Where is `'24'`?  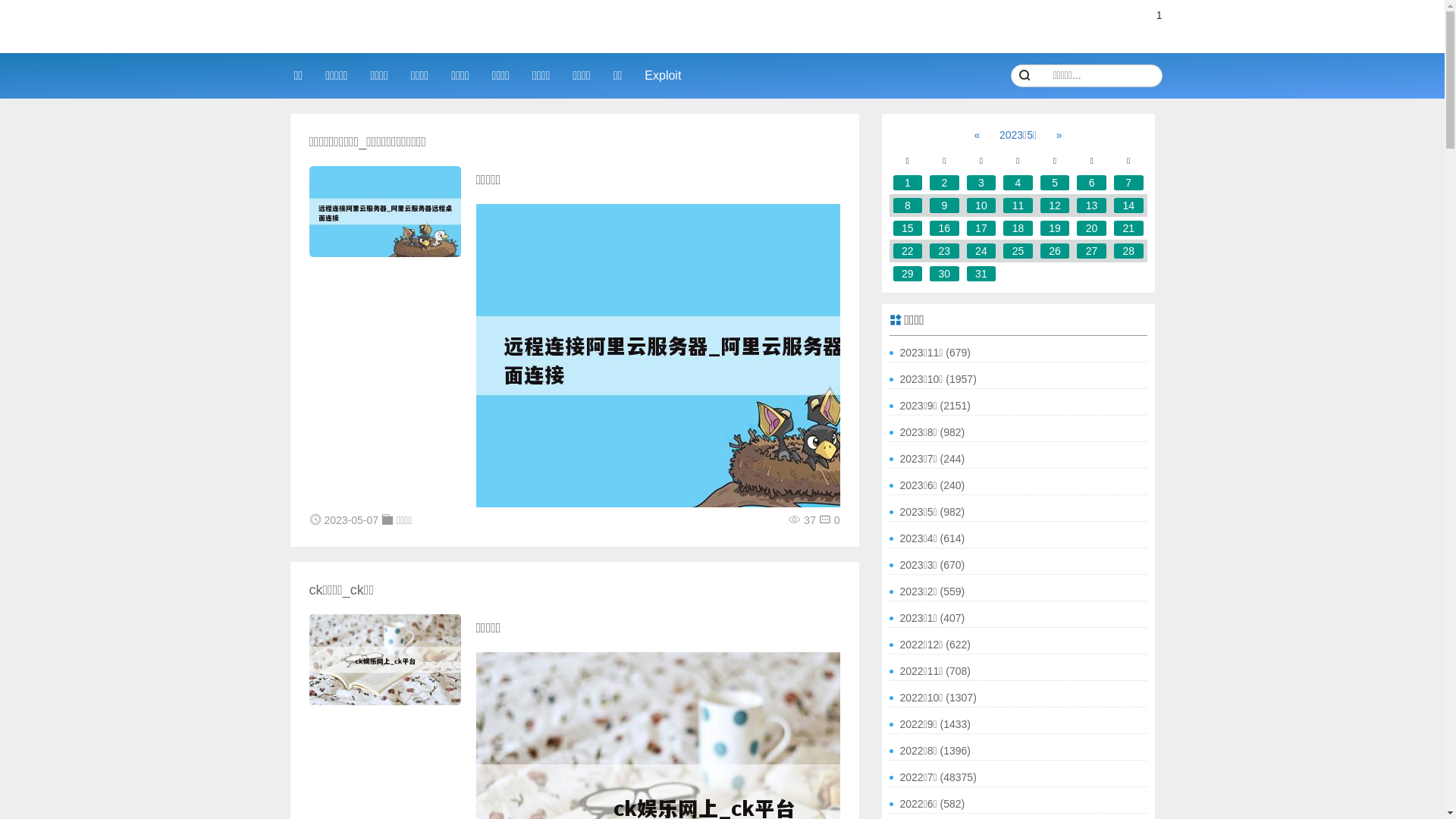
'24' is located at coordinates (981, 250).